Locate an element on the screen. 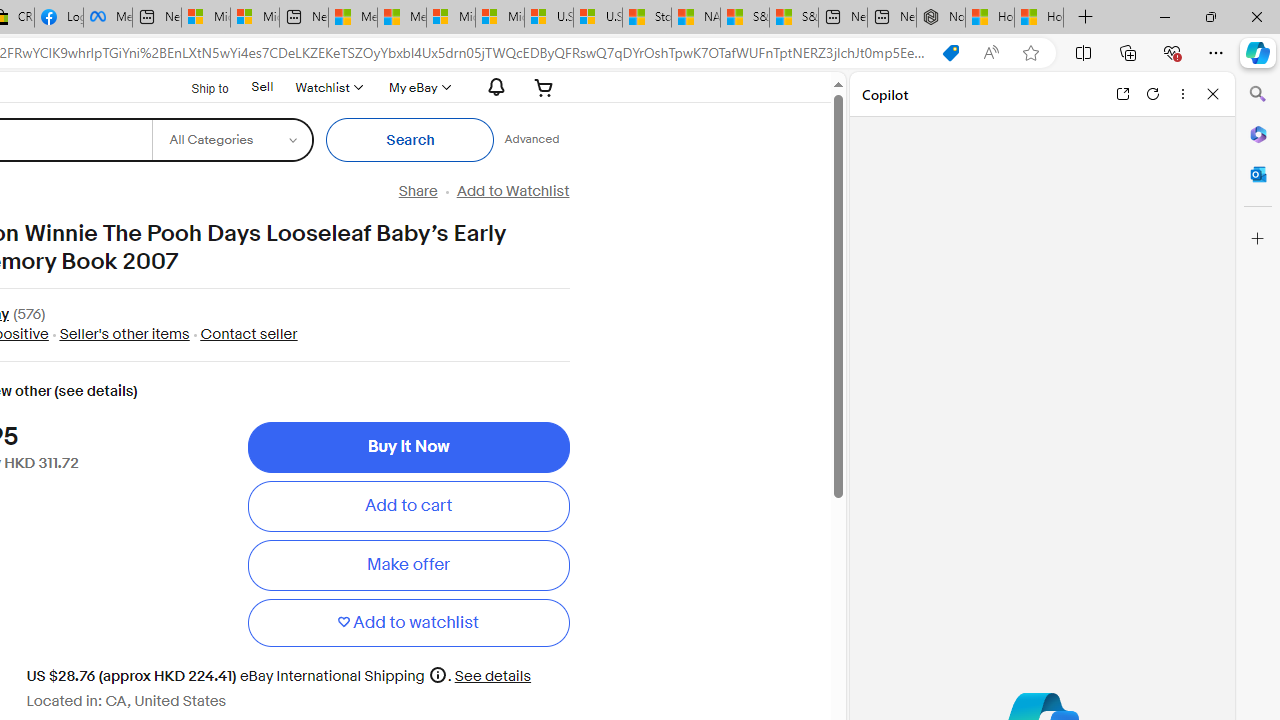 This screenshot has height=720, width=1280. '  Contact seller' is located at coordinates (242, 333).